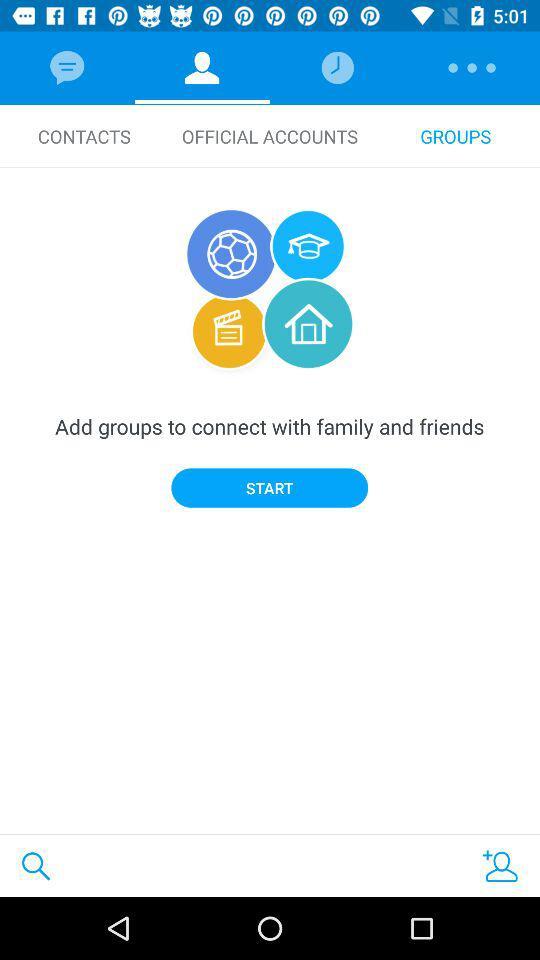 This screenshot has width=540, height=960. Describe the element at coordinates (270, 135) in the screenshot. I see `the item next to the groups` at that location.